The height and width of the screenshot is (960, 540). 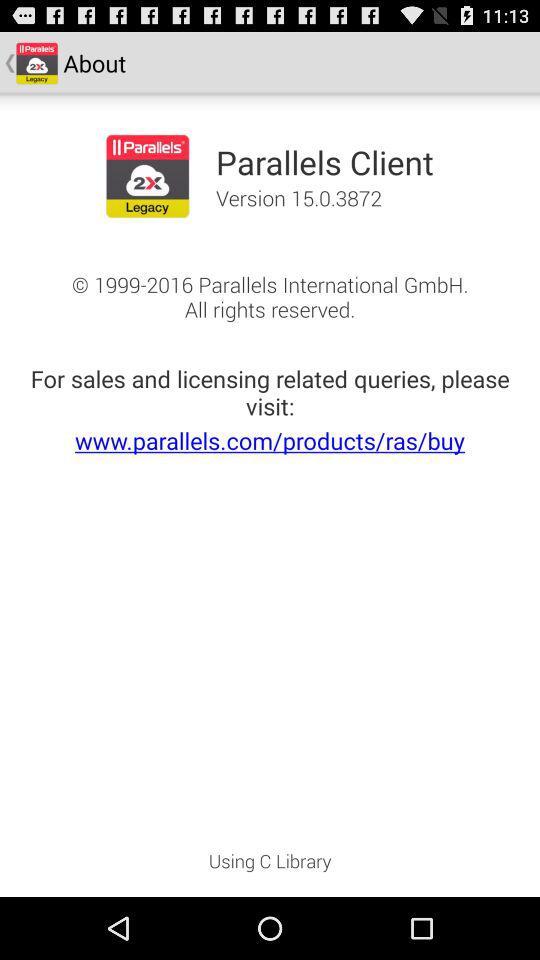 What do you see at coordinates (270, 866) in the screenshot?
I see `app at the bottom` at bounding box center [270, 866].